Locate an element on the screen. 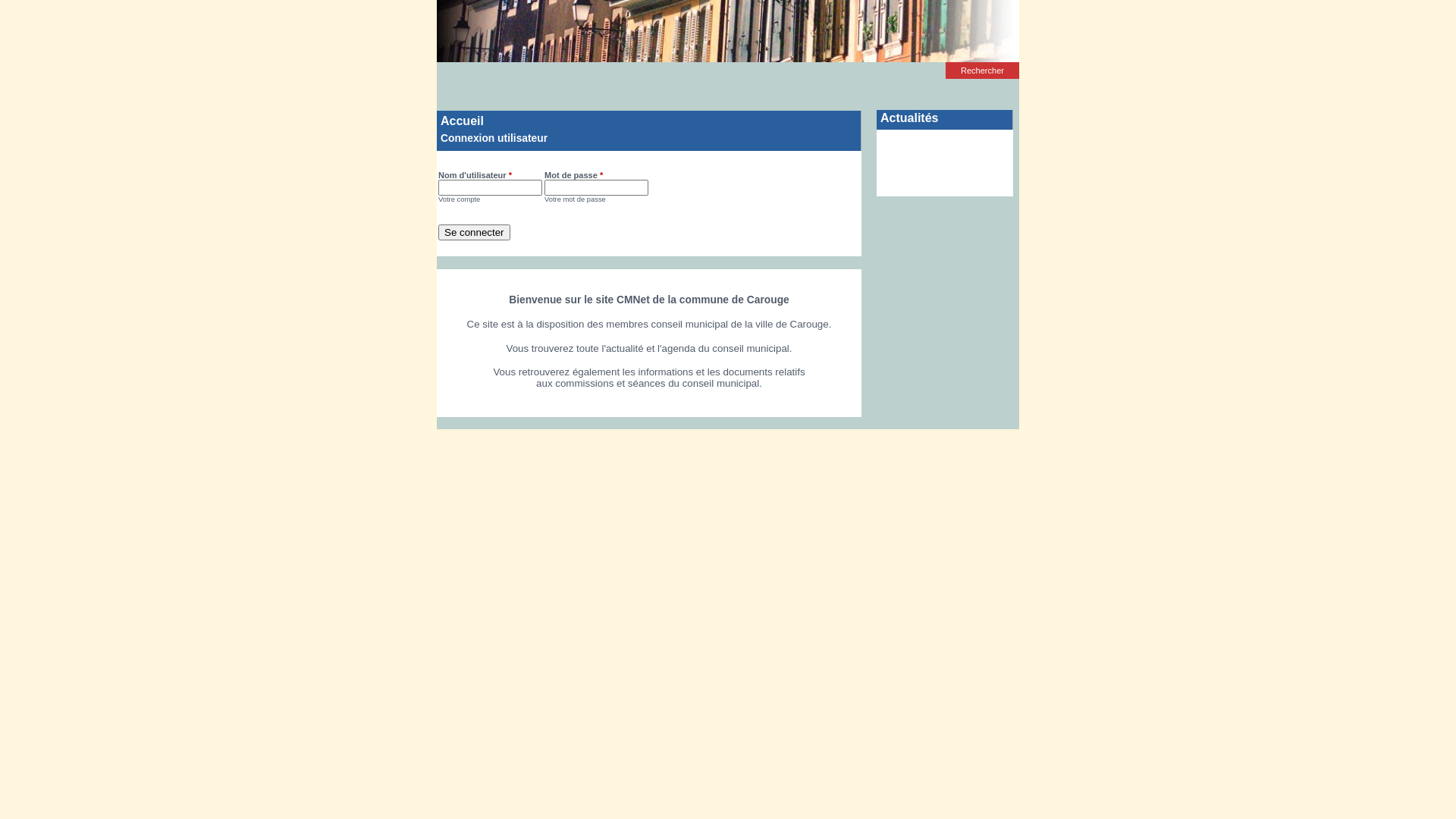 The width and height of the screenshot is (1456, 819). 'Rechercher' is located at coordinates (982, 70).